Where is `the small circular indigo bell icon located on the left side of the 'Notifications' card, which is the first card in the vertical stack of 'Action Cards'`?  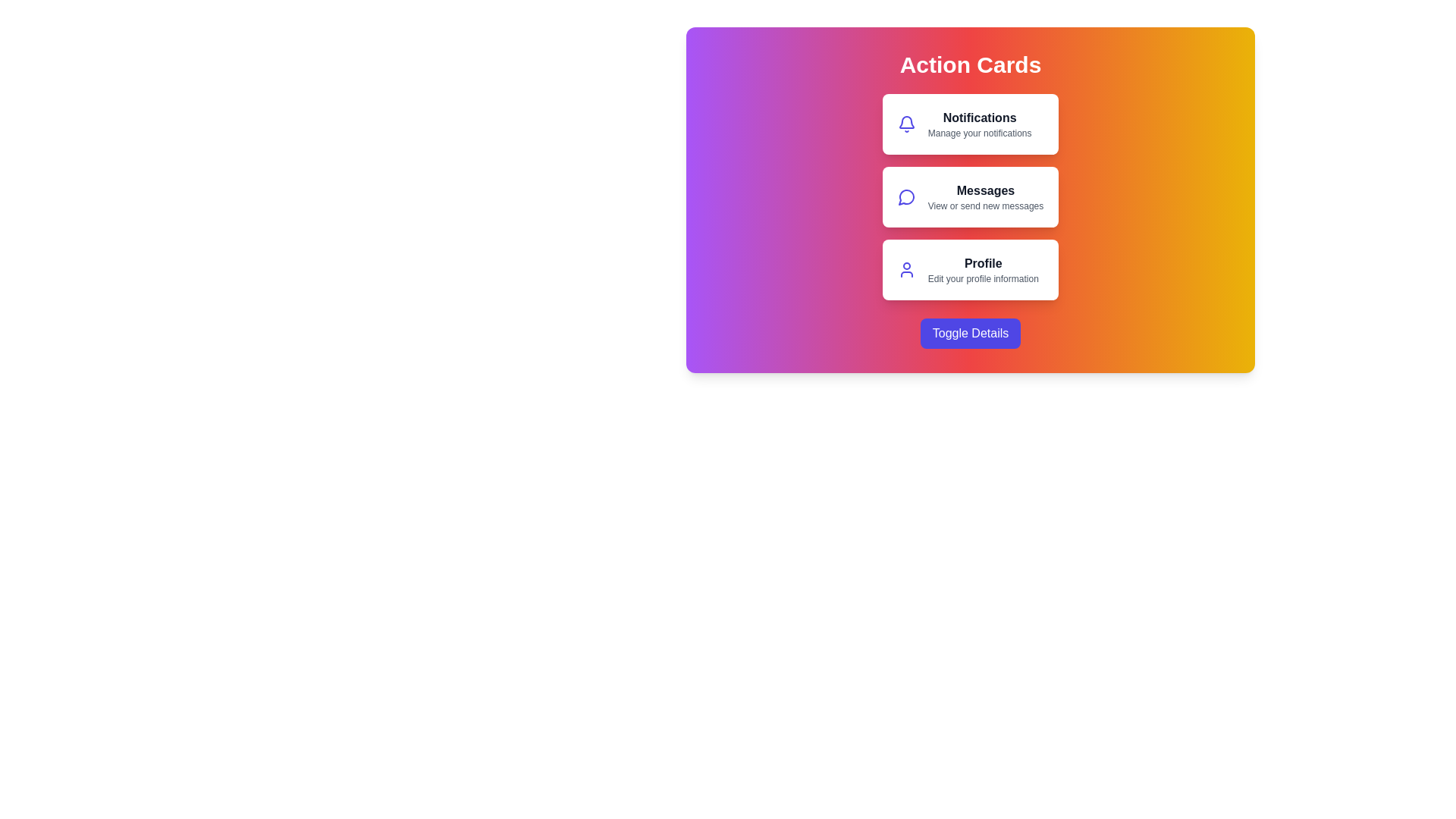 the small circular indigo bell icon located on the left side of the 'Notifications' card, which is the first card in the vertical stack of 'Action Cards' is located at coordinates (906, 124).